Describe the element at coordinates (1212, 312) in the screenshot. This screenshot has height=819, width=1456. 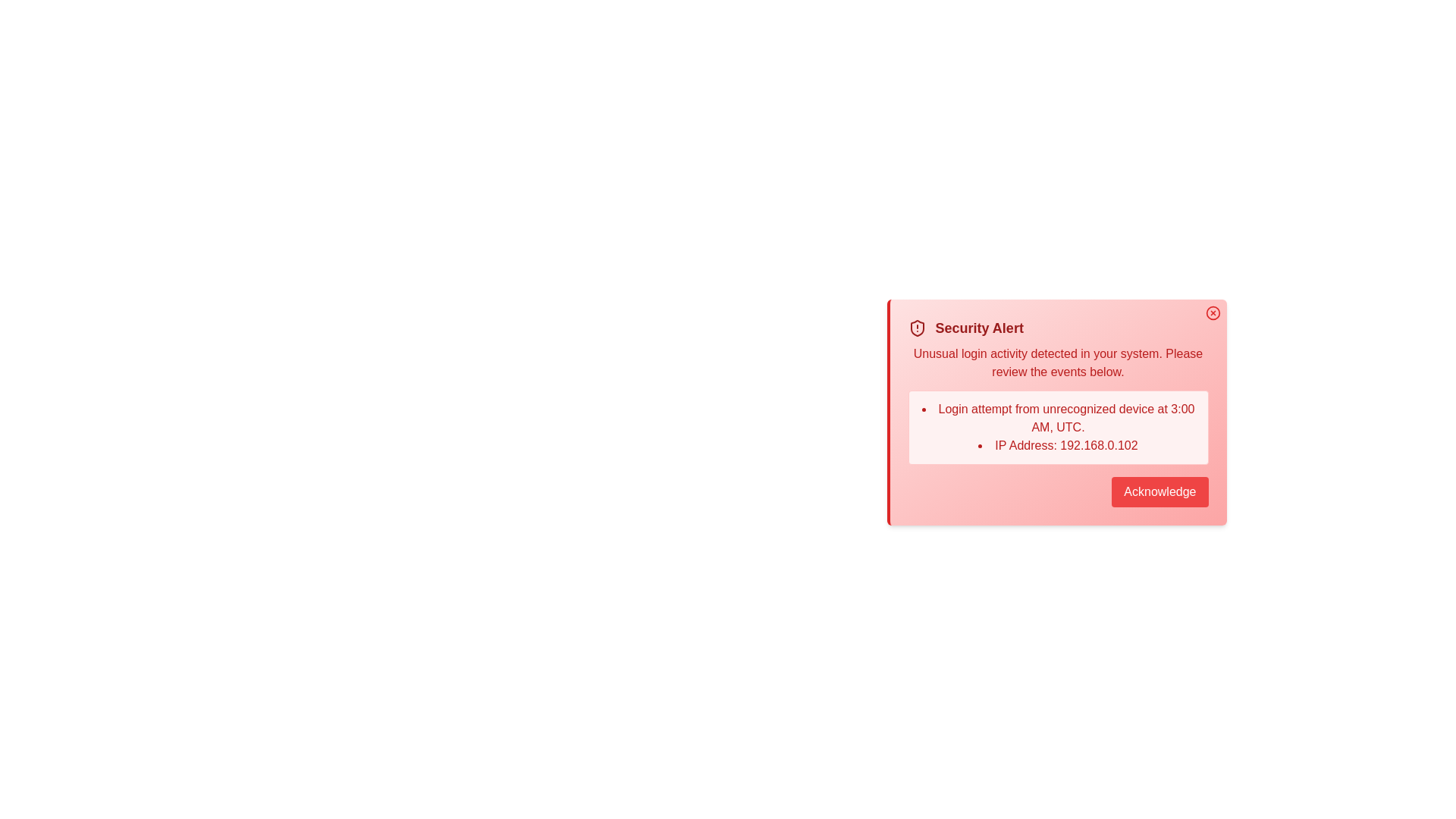
I see `the close button to dismiss the alert` at that location.